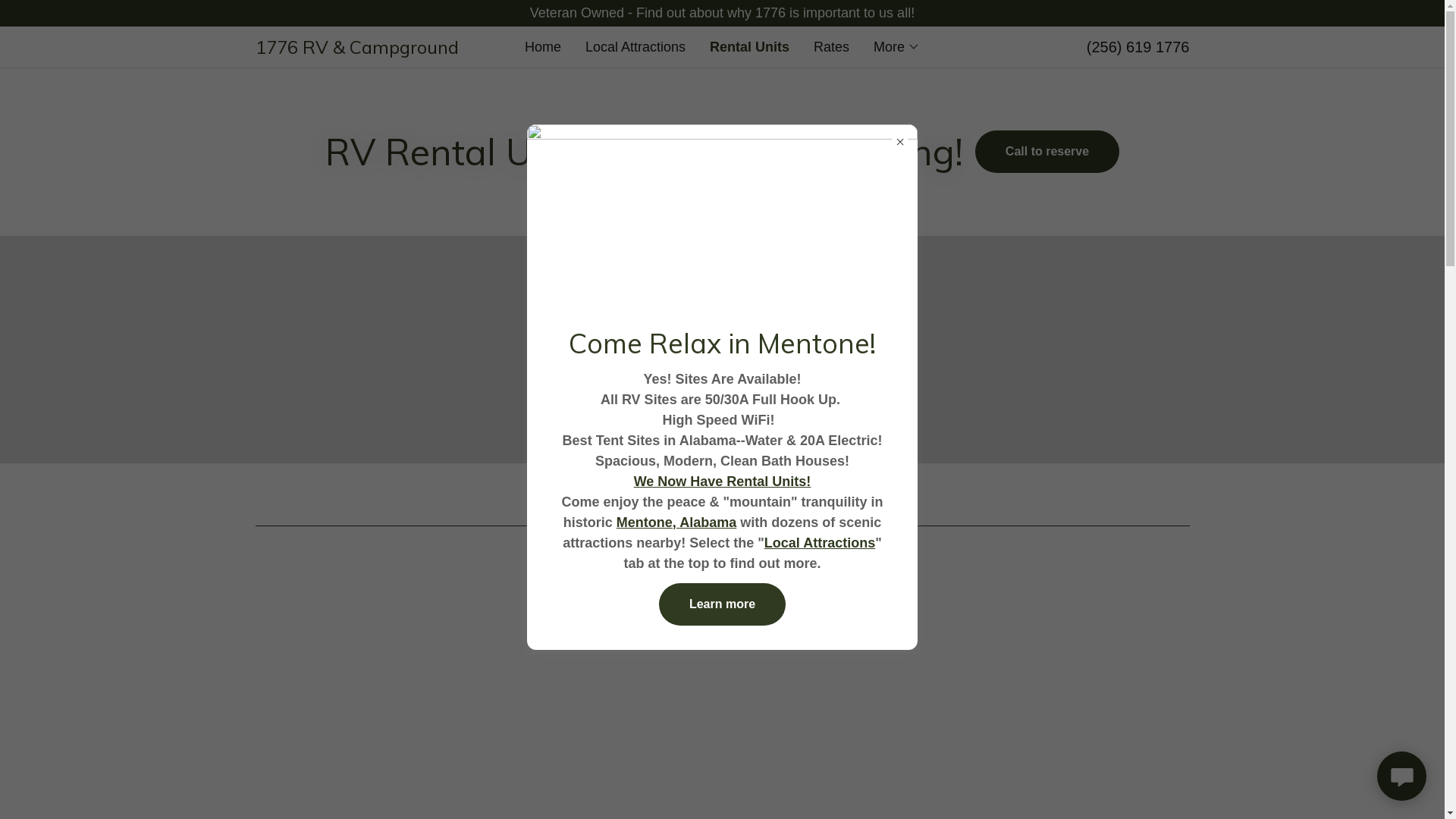  What do you see at coordinates (749, 45) in the screenshot?
I see `'Rental Units'` at bounding box center [749, 45].